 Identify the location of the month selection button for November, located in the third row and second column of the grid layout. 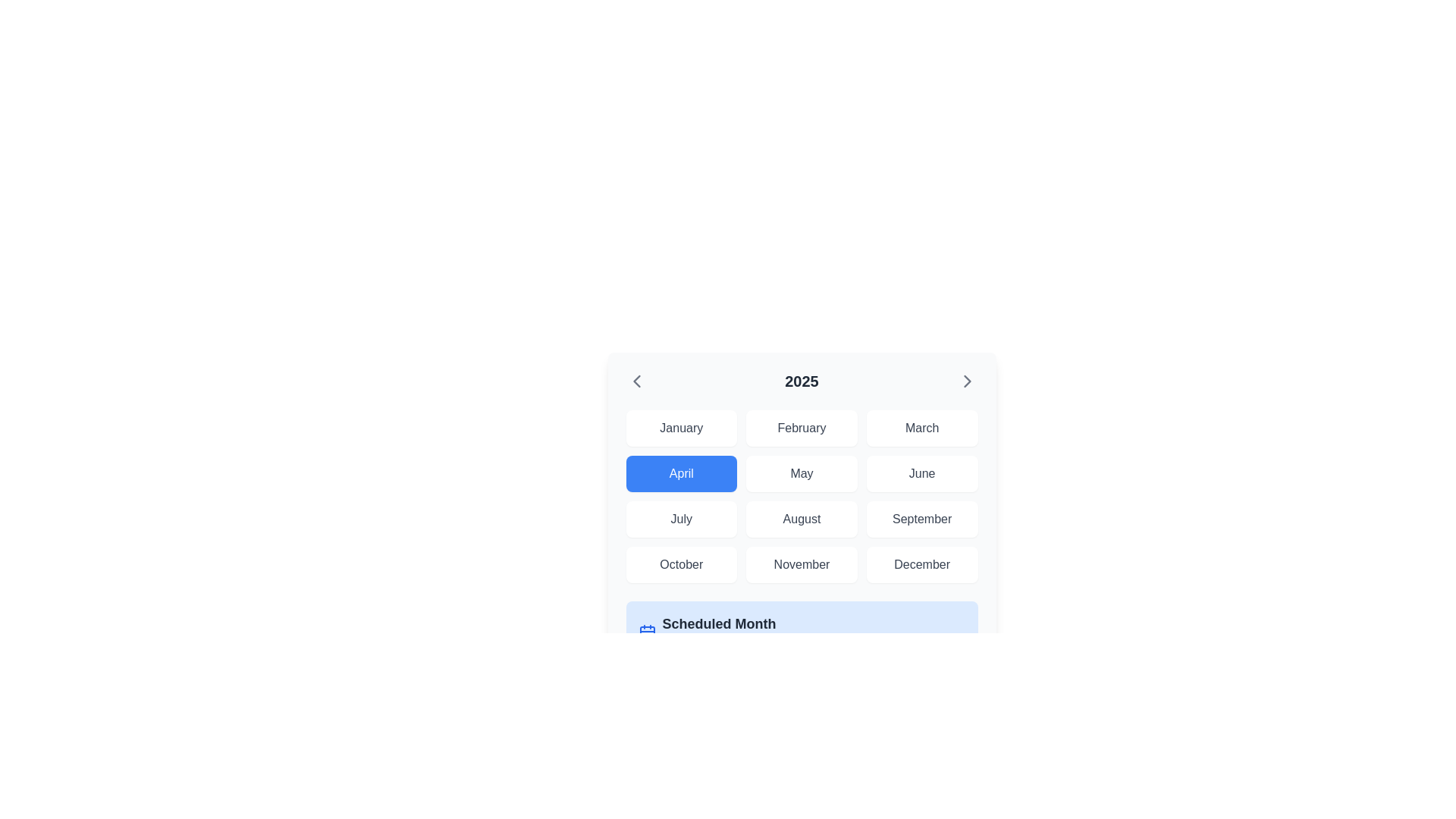
(801, 564).